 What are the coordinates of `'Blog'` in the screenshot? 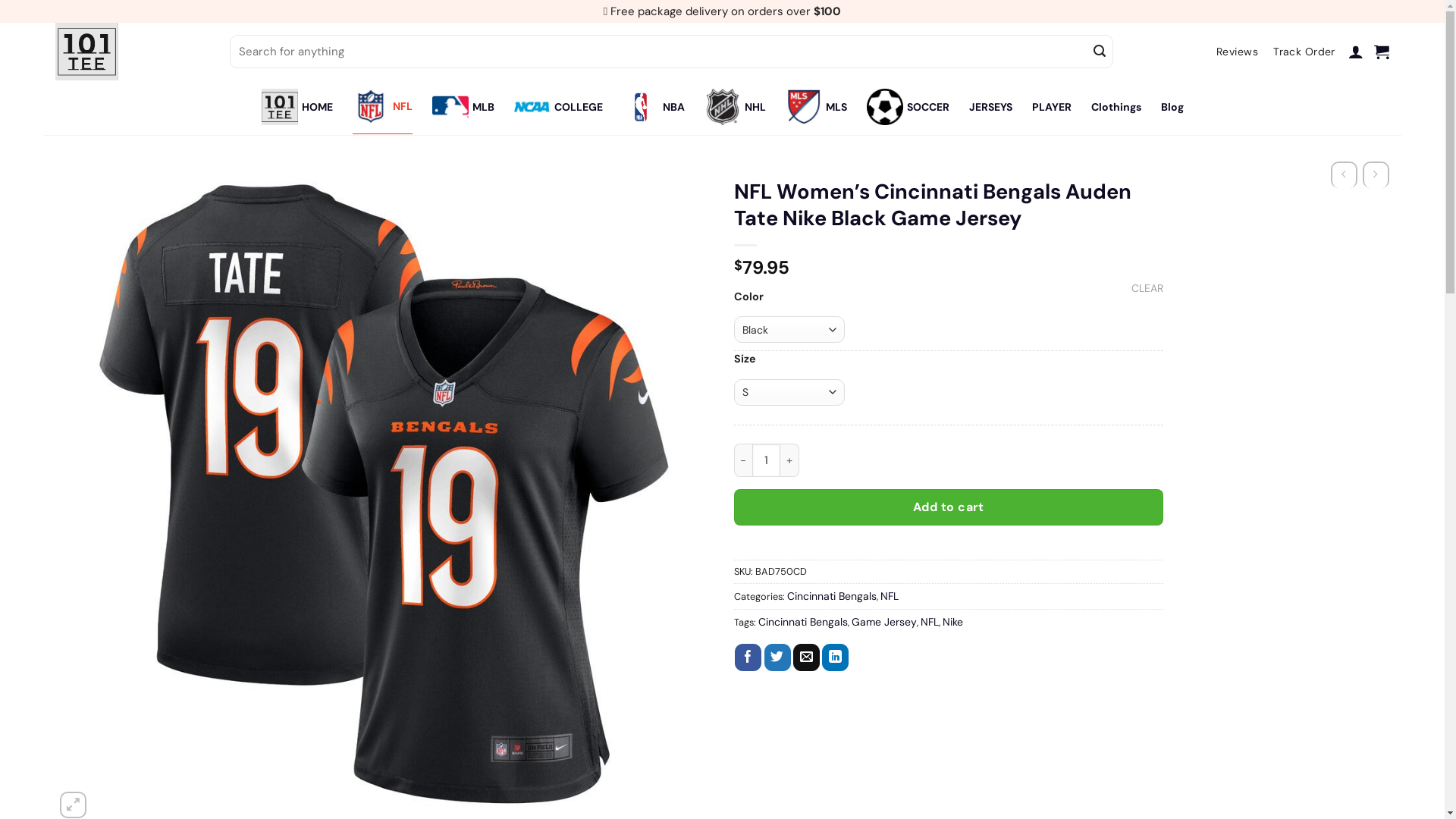 It's located at (1171, 106).